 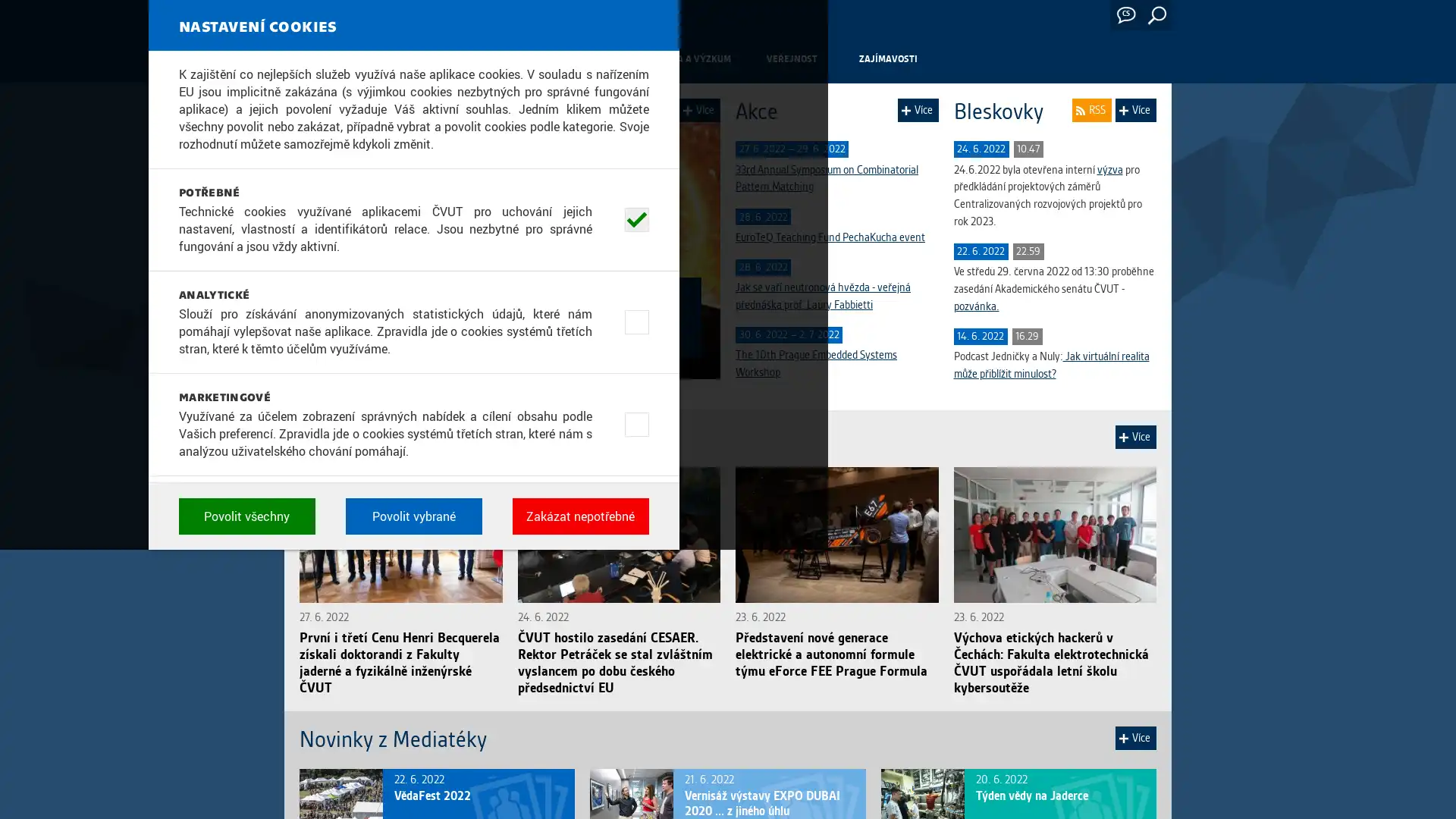 I want to click on Povolit vybrane, so click(x=728, y=747).